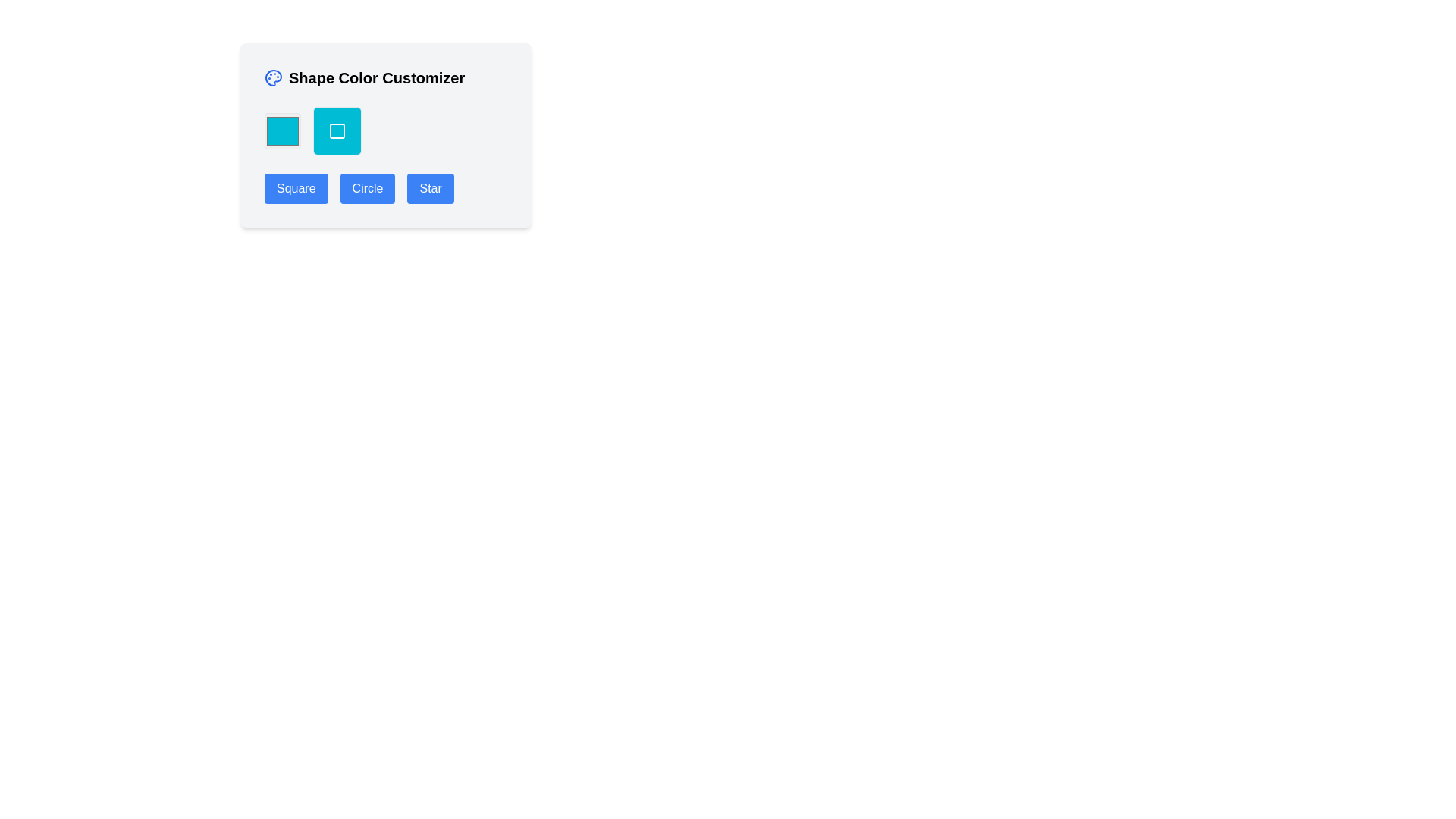  I want to click on the 'Circle' button with rounded corners and a blue background for keyboard focus, so click(367, 188).